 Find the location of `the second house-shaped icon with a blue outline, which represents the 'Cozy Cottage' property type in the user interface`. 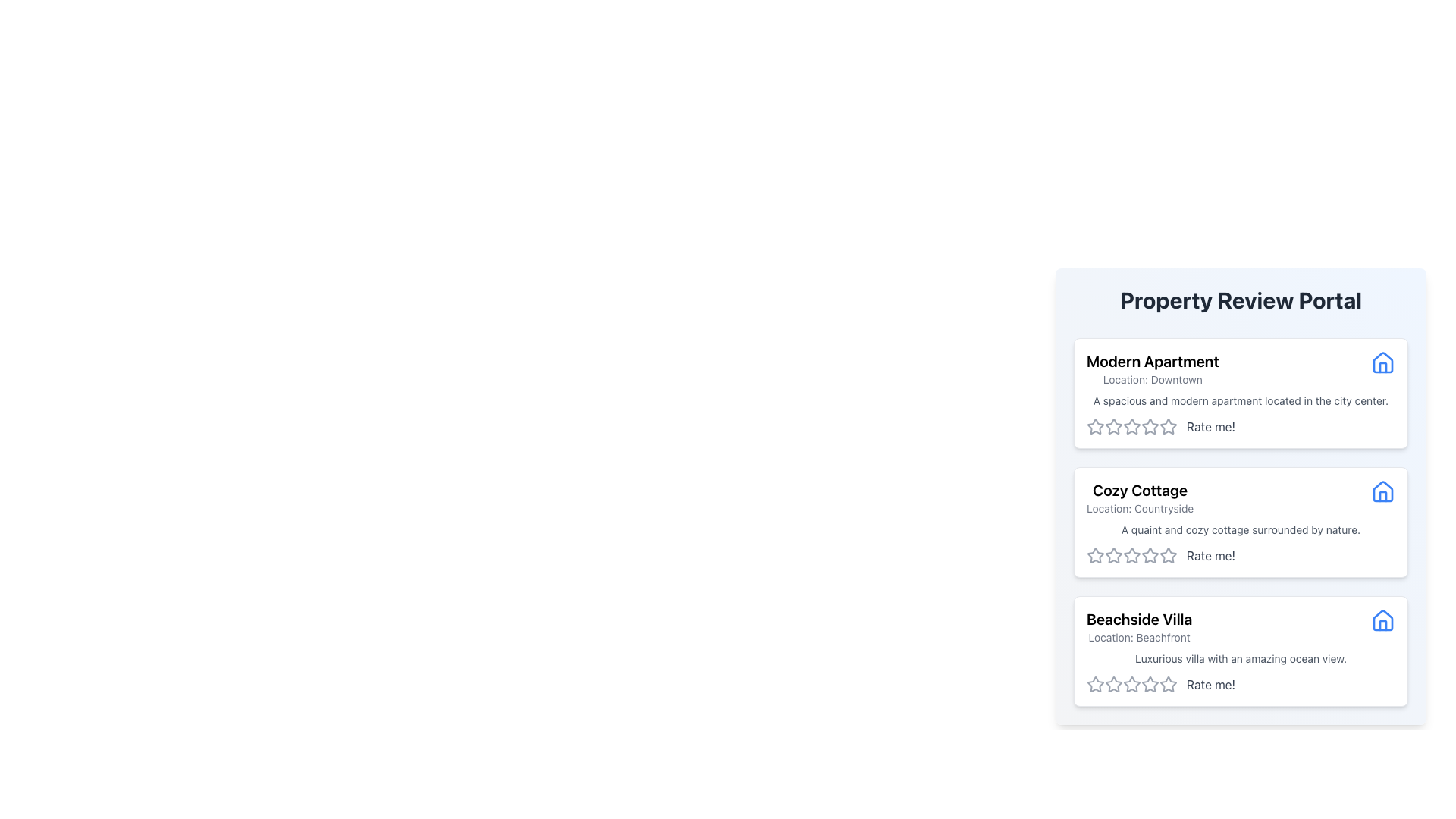

the second house-shaped icon with a blue outline, which represents the 'Cozy Cottage' property type in the user interface is located at coordinates (1383, 491).